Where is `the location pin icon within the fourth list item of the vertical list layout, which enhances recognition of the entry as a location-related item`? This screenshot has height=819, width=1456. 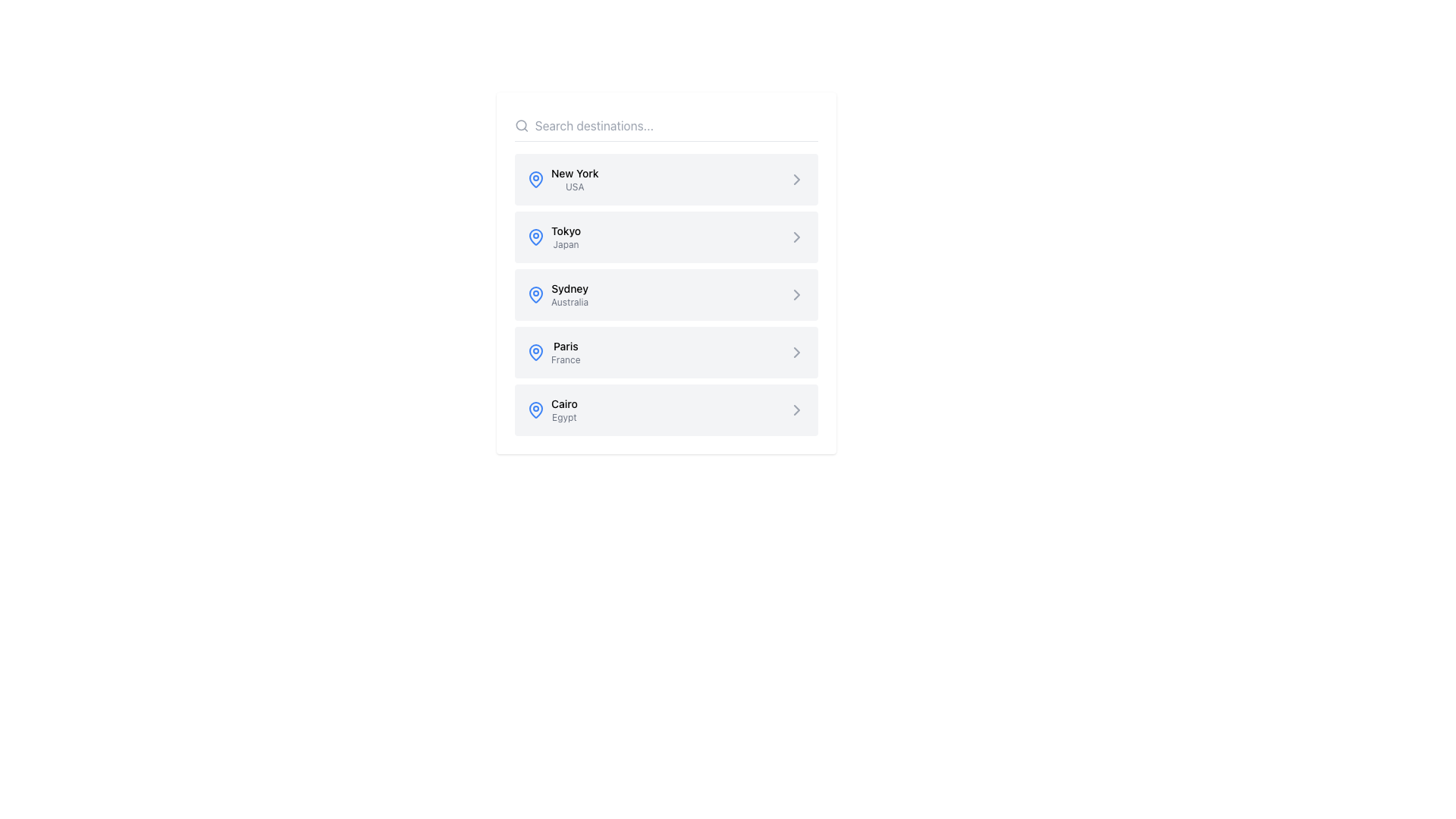
the location pin icon within the fourth list item of the vertical list layout, which enhances recognition of the entry as a location-related item is located at coordinates (535, 351).